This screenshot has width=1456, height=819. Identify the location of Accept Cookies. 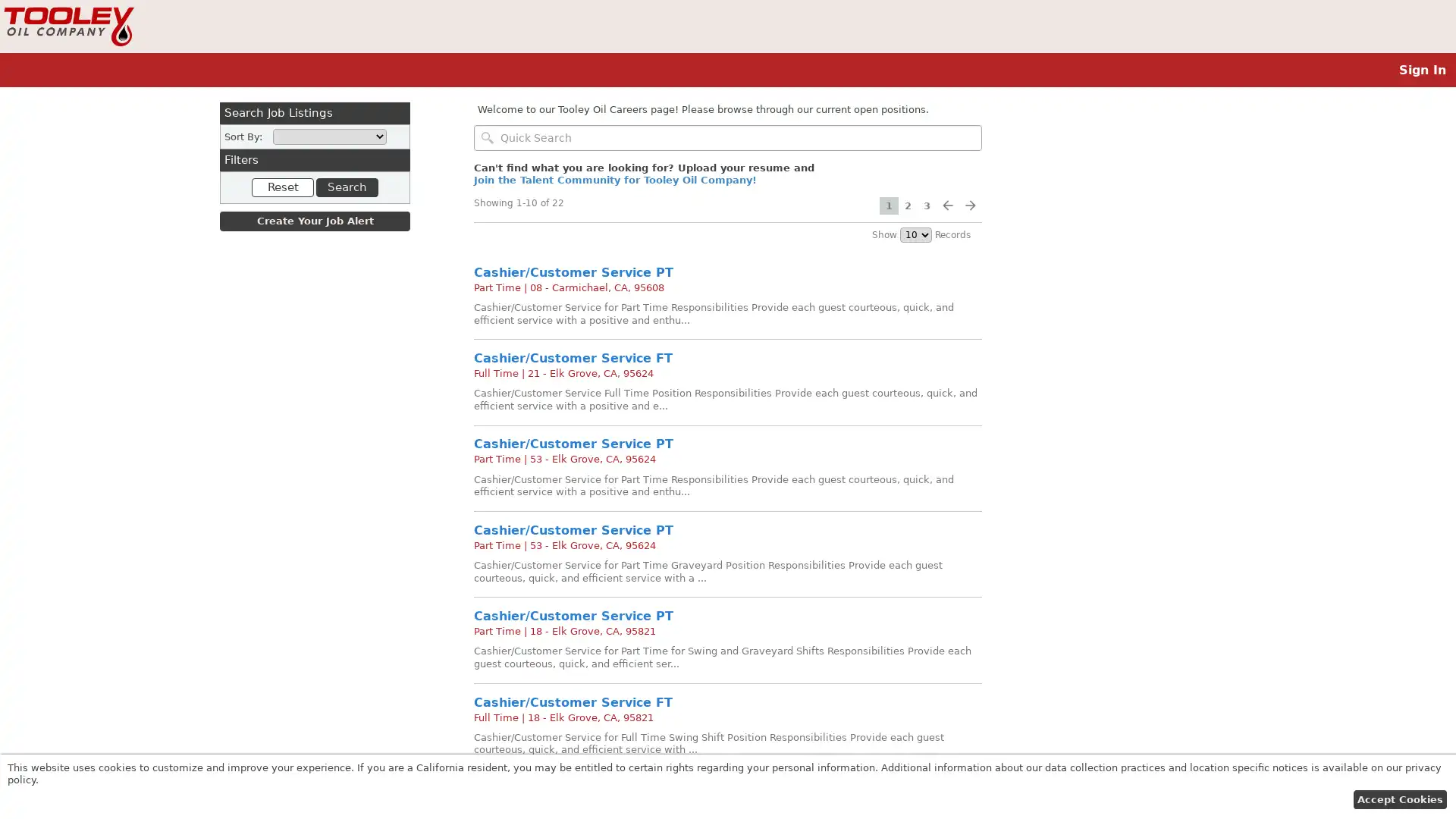
(1398, 799).